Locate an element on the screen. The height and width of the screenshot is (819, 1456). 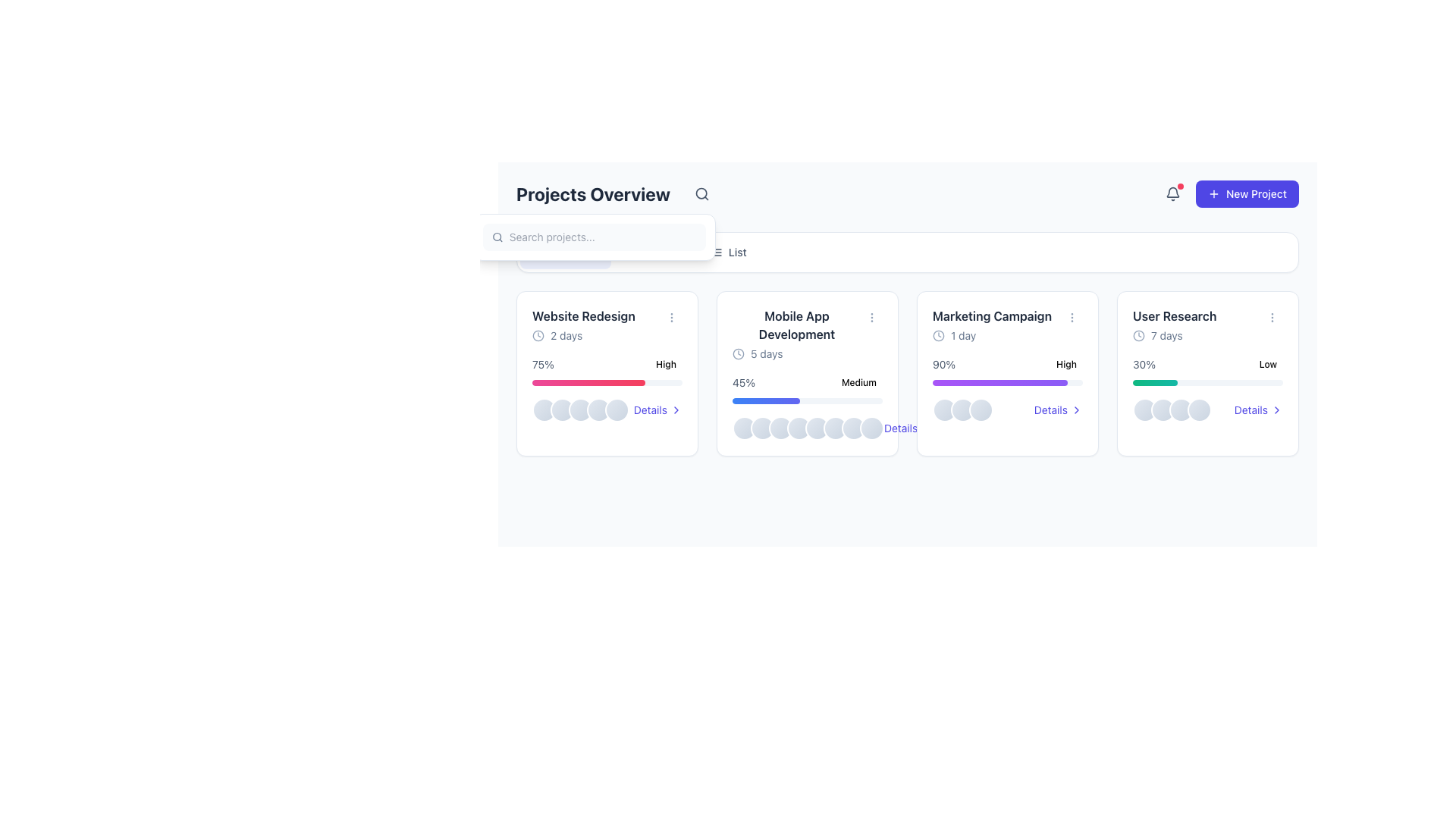
the progress indicator showing 45% completion of the 'Mobile App Development' task, located in the second card is located at coordinates (766, 400).